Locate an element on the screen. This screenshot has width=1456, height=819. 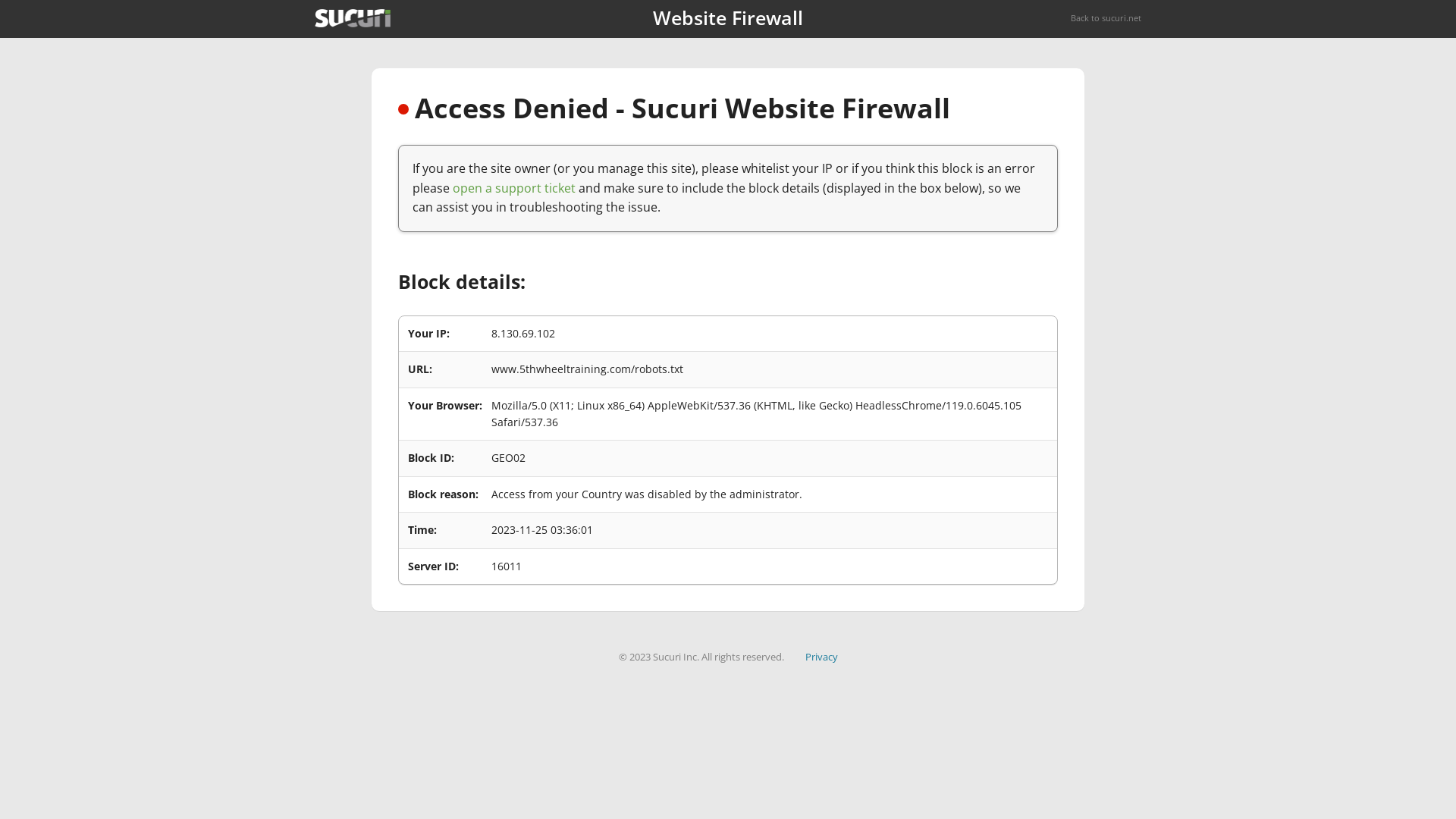
'Privacy' is located at coordinates (804, 656).